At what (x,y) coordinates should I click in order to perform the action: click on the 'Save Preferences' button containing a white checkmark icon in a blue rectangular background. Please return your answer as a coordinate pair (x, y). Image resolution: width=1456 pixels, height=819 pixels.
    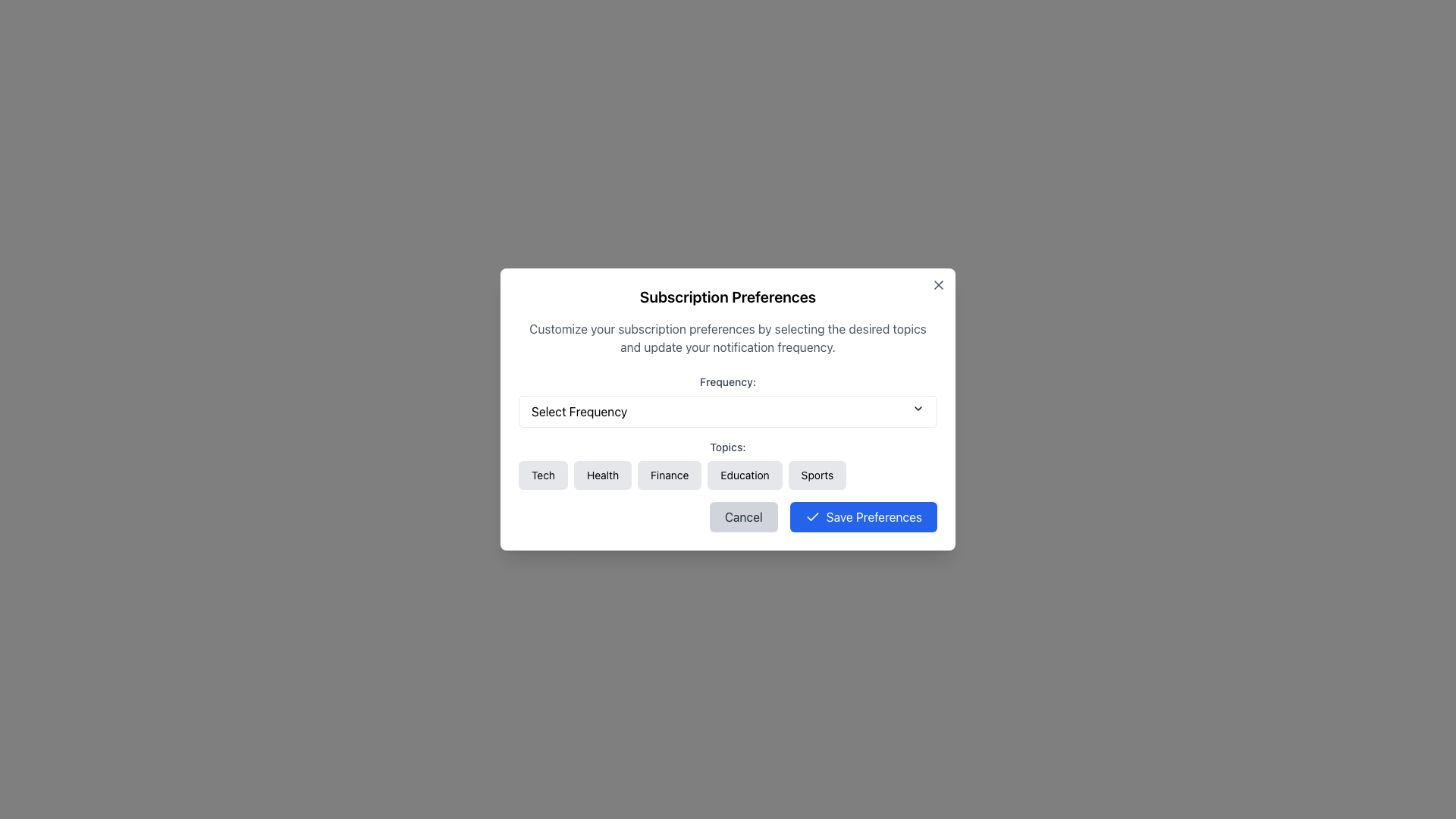
    Looking at the image, I should click on (811, 516).